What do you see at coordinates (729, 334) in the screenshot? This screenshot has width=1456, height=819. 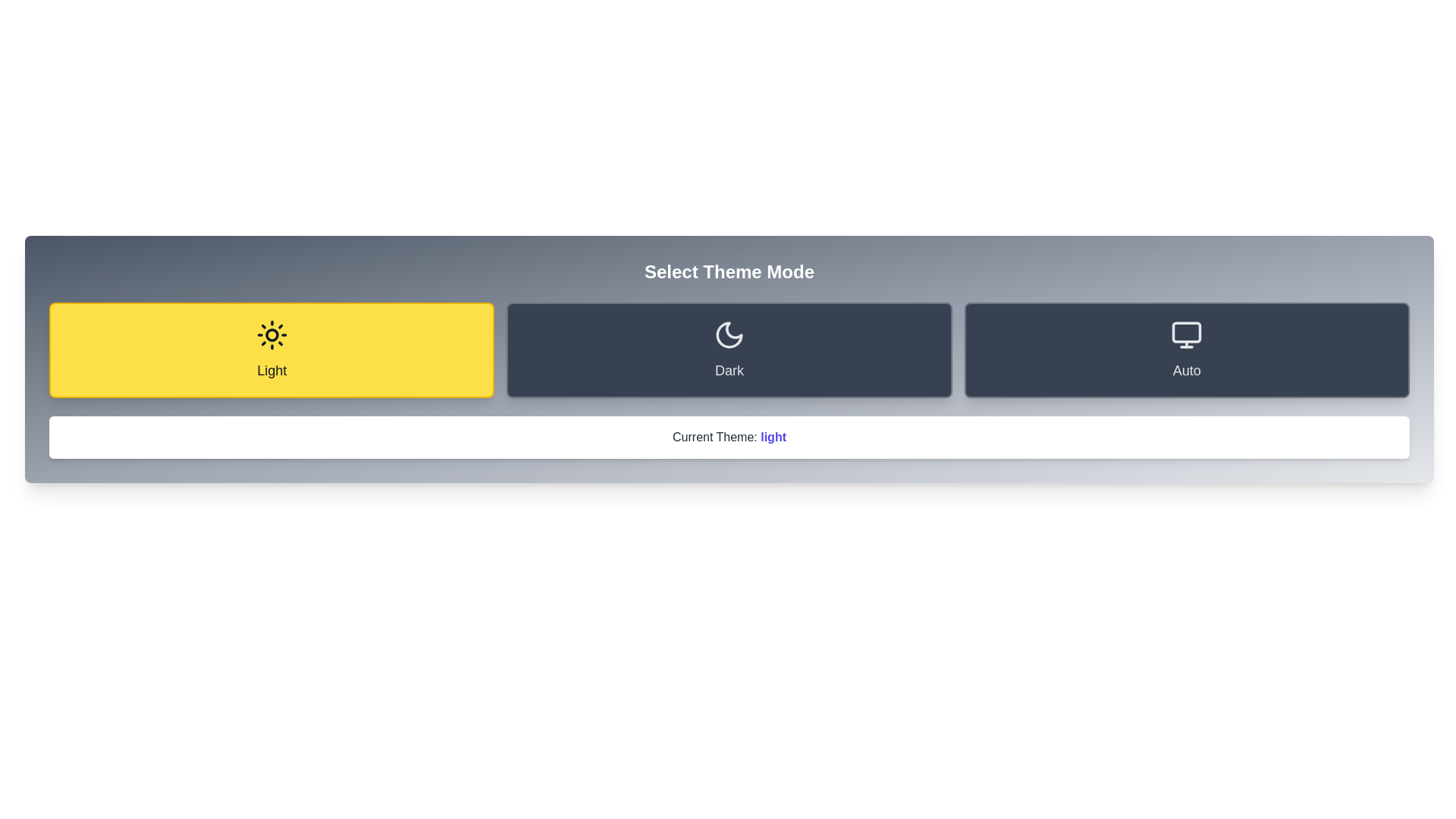 I see `the dark mode selection SVG icon located at the top center of the 'Dark' card in the theme selector interface` at bounding box center [729, 334].